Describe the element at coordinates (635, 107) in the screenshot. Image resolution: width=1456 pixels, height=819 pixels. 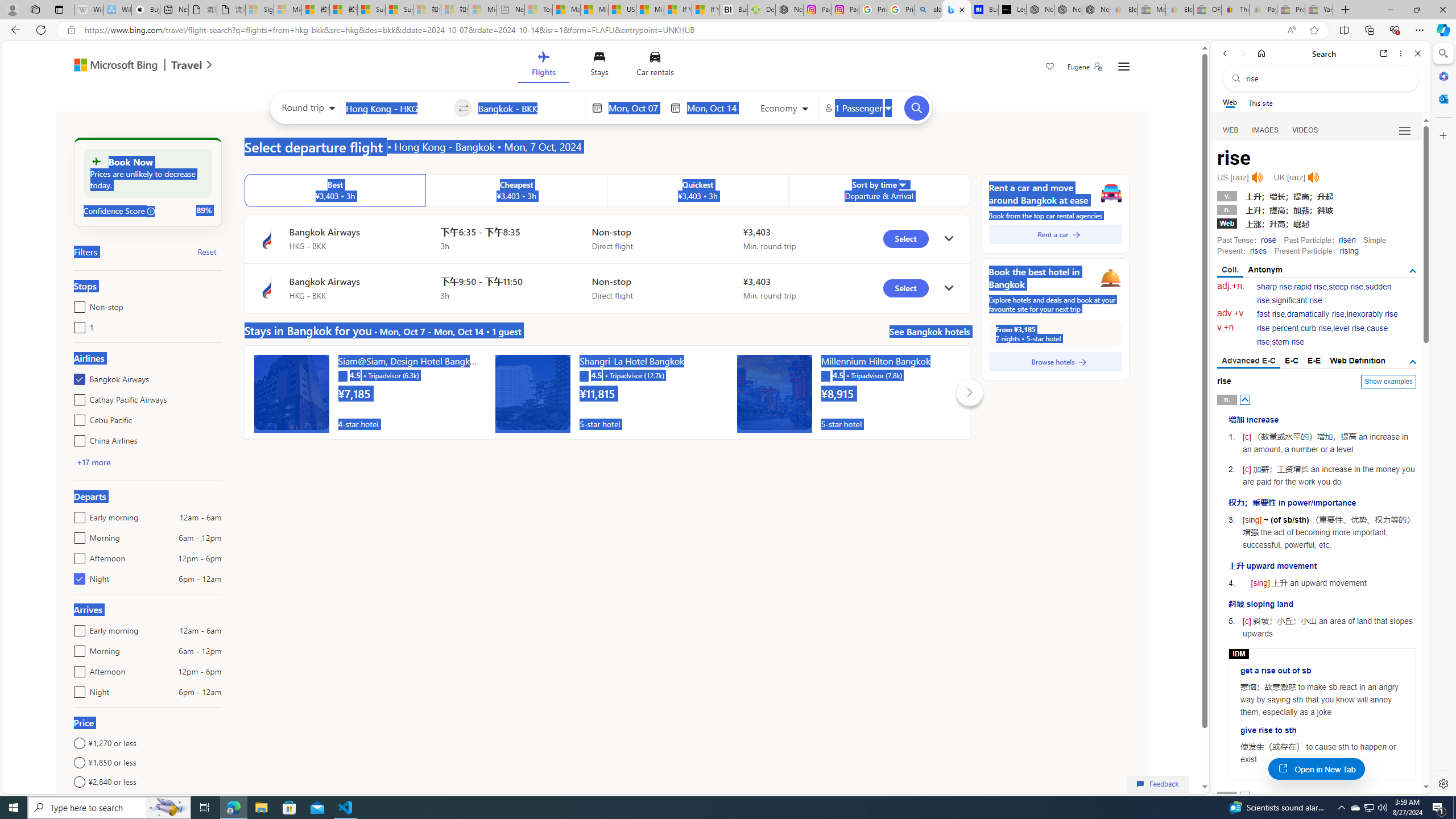
I see `'Start Date'` at that location.